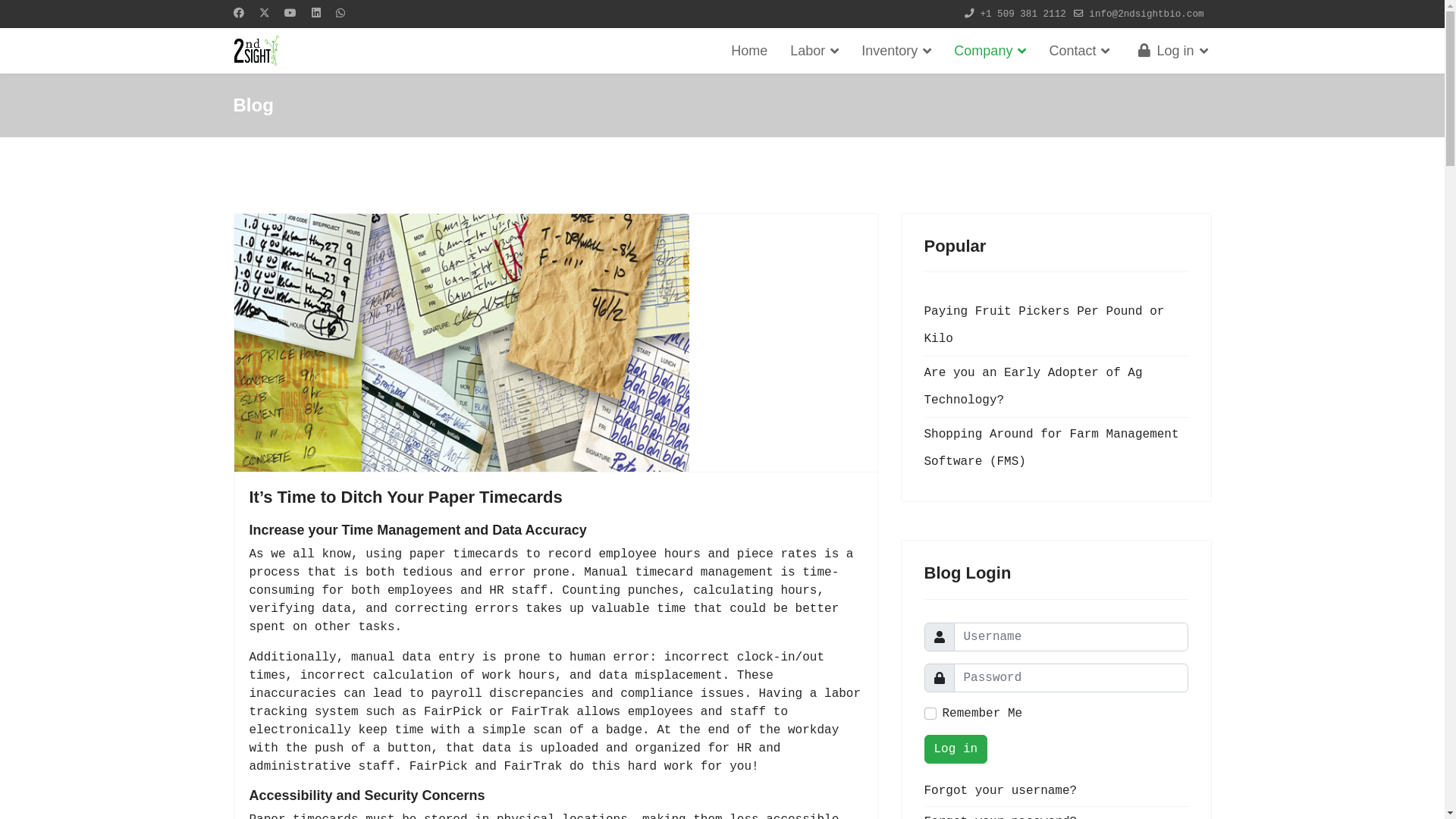 The image size is (1456, 819). Describe the element at coordinates (1055, 324) in the screenshot. I see `'Paying Fruit Pickers Per Pound or Kilo'` at that location.